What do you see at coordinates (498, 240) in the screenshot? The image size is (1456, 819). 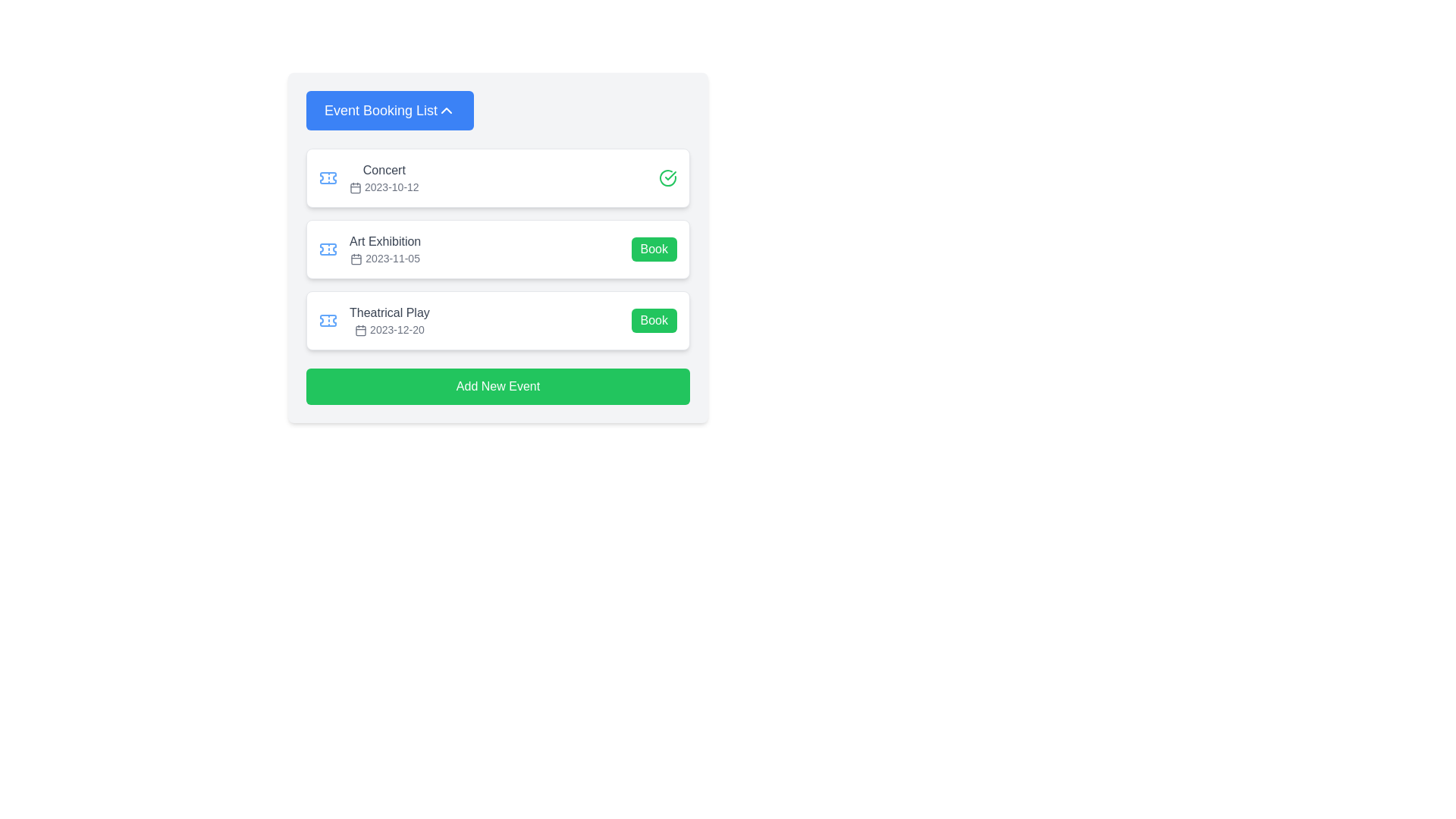 I see `the details of the 'Art Exhibition' event card by centering on its text and button located within the event booking list` at bounding box center [498, 240].